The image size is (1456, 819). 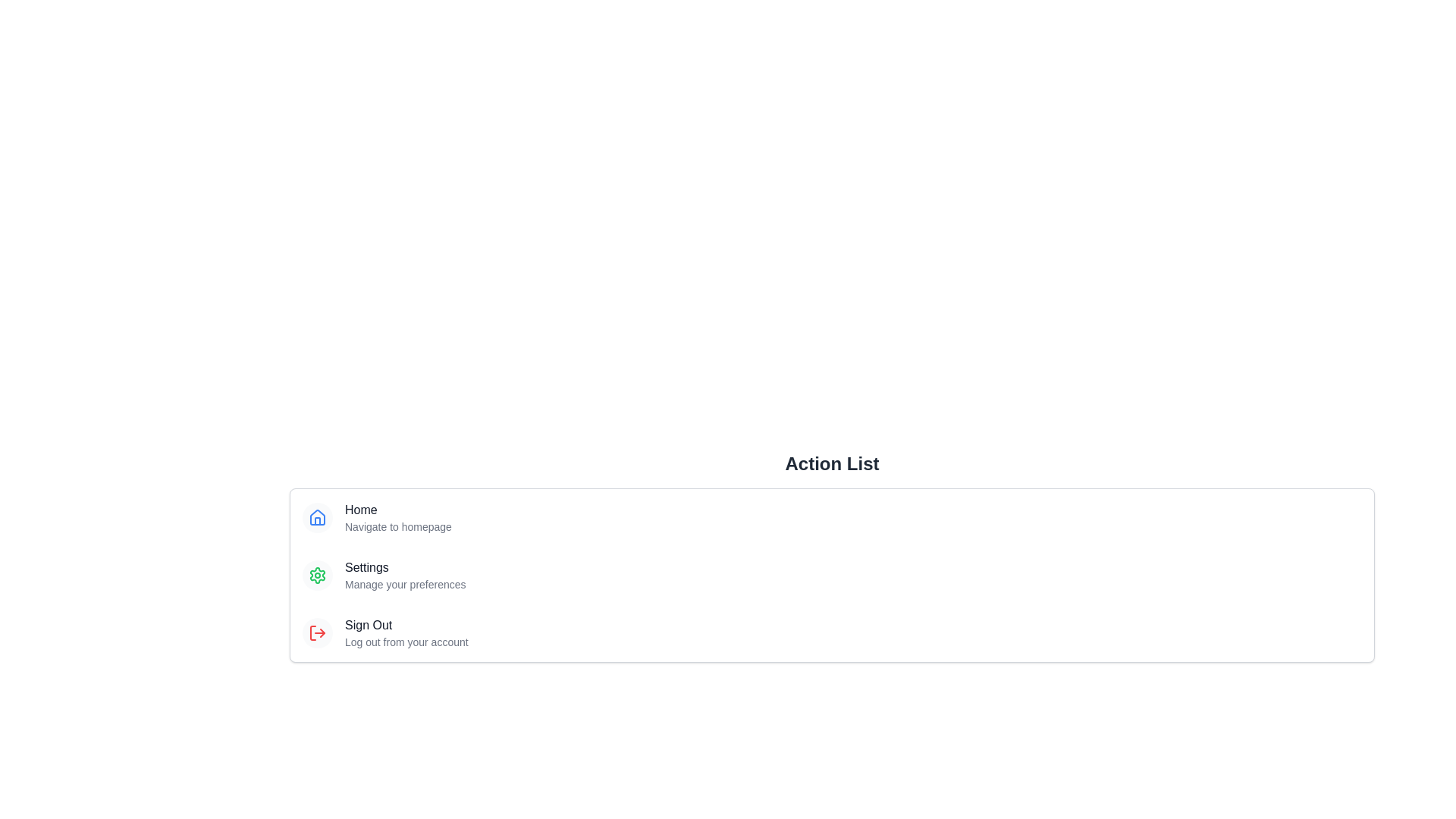 What do you see at coordinates (316, 516) in the screenshot?
I see `the 'Home' icon, which is the first icon in a vertical list styled with a light gray circular background` at bounding box center [316, 516].